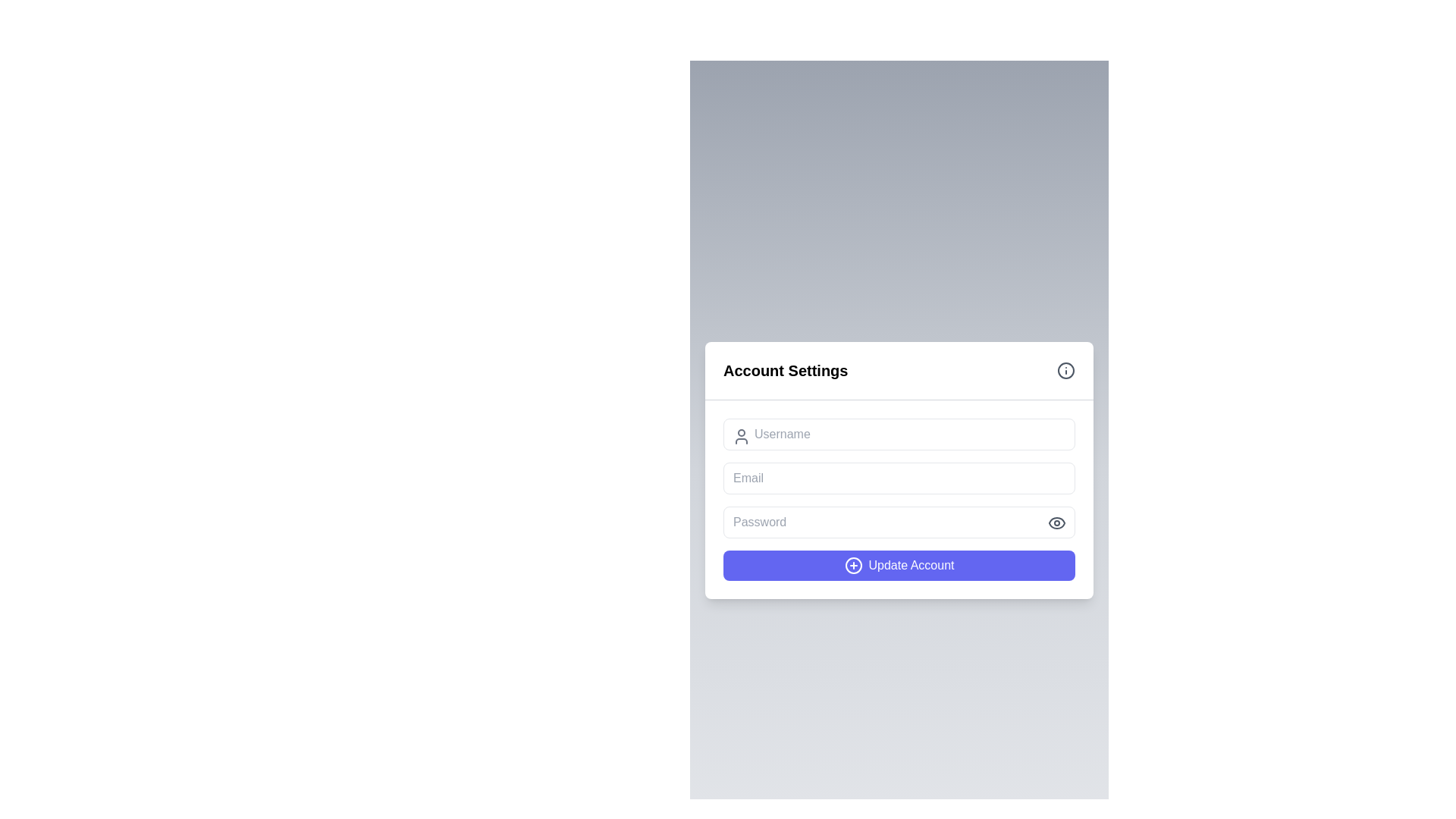 This screenshot has width=1456, height=819. Describe the element at coordinates (910, 564) in the screenshot. I see `label 'Update Account' on the blue button located in the 'Account Settings' section` at that location.